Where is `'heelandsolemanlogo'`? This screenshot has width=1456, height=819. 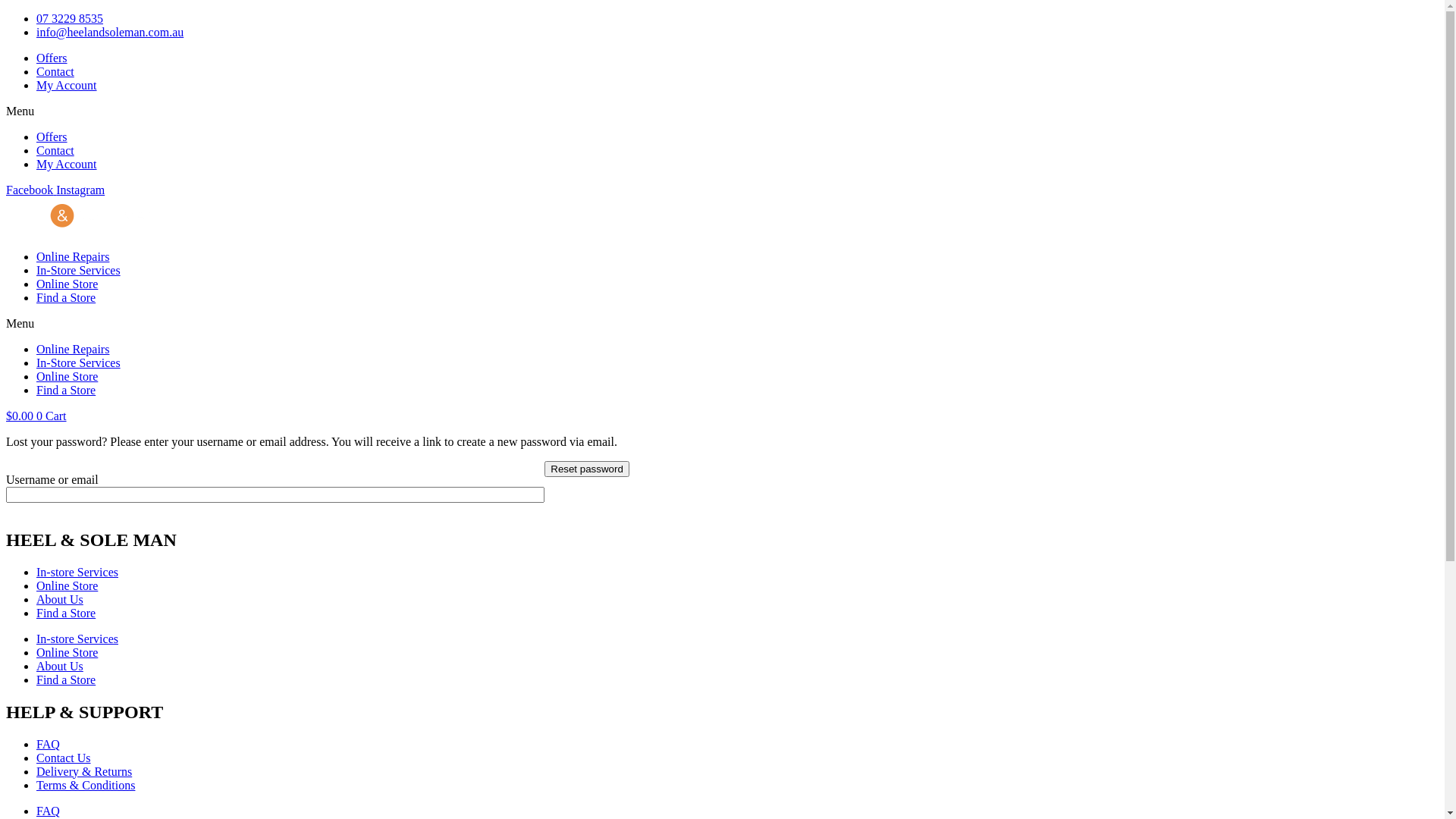 'heelandsolemanlogo' is located at coordinates (6, 216).